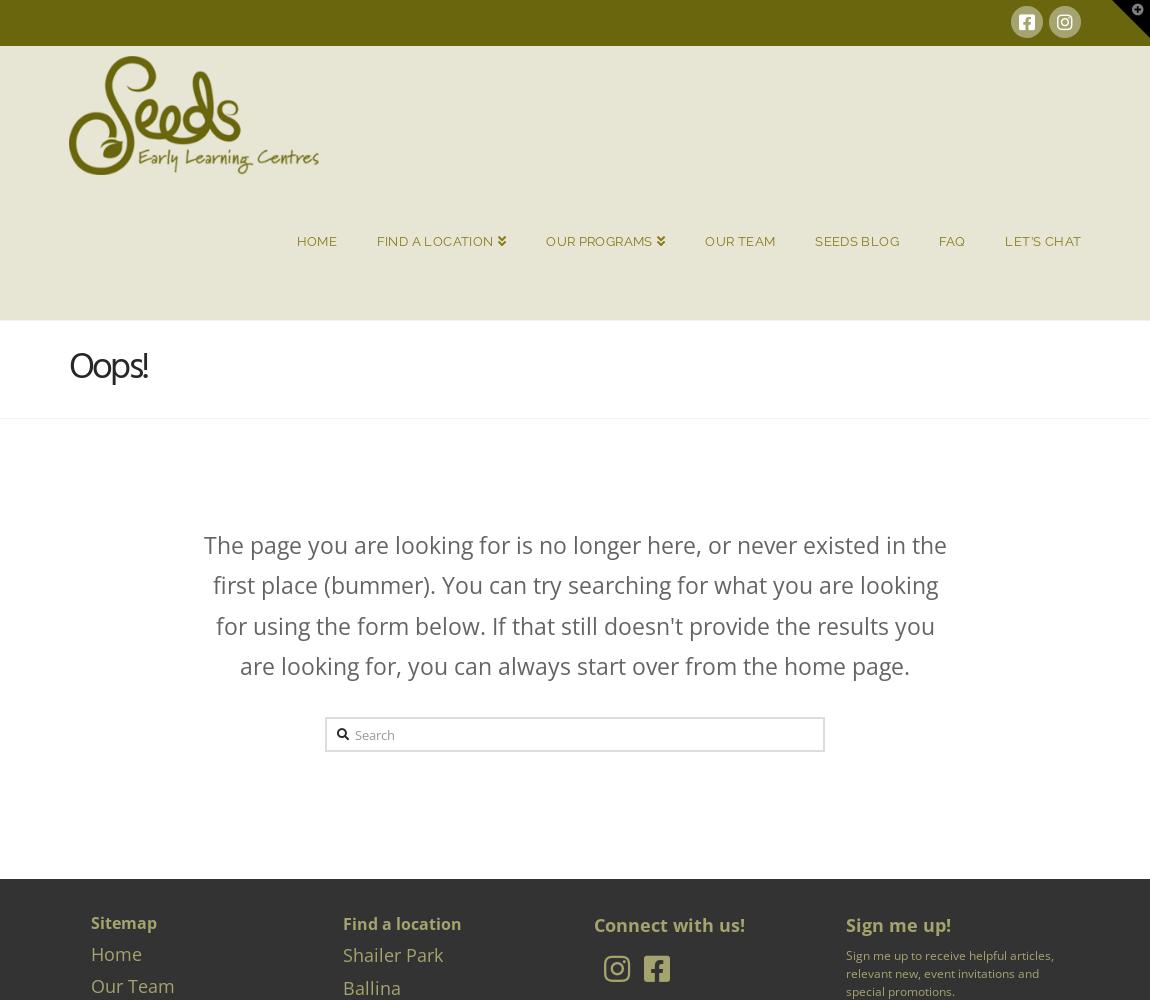 The image size is (1150, 1000). What do you see at coordinates (89, 985) in the screenshot?
I see `'Our Team'` at bounding box center [89, 985].